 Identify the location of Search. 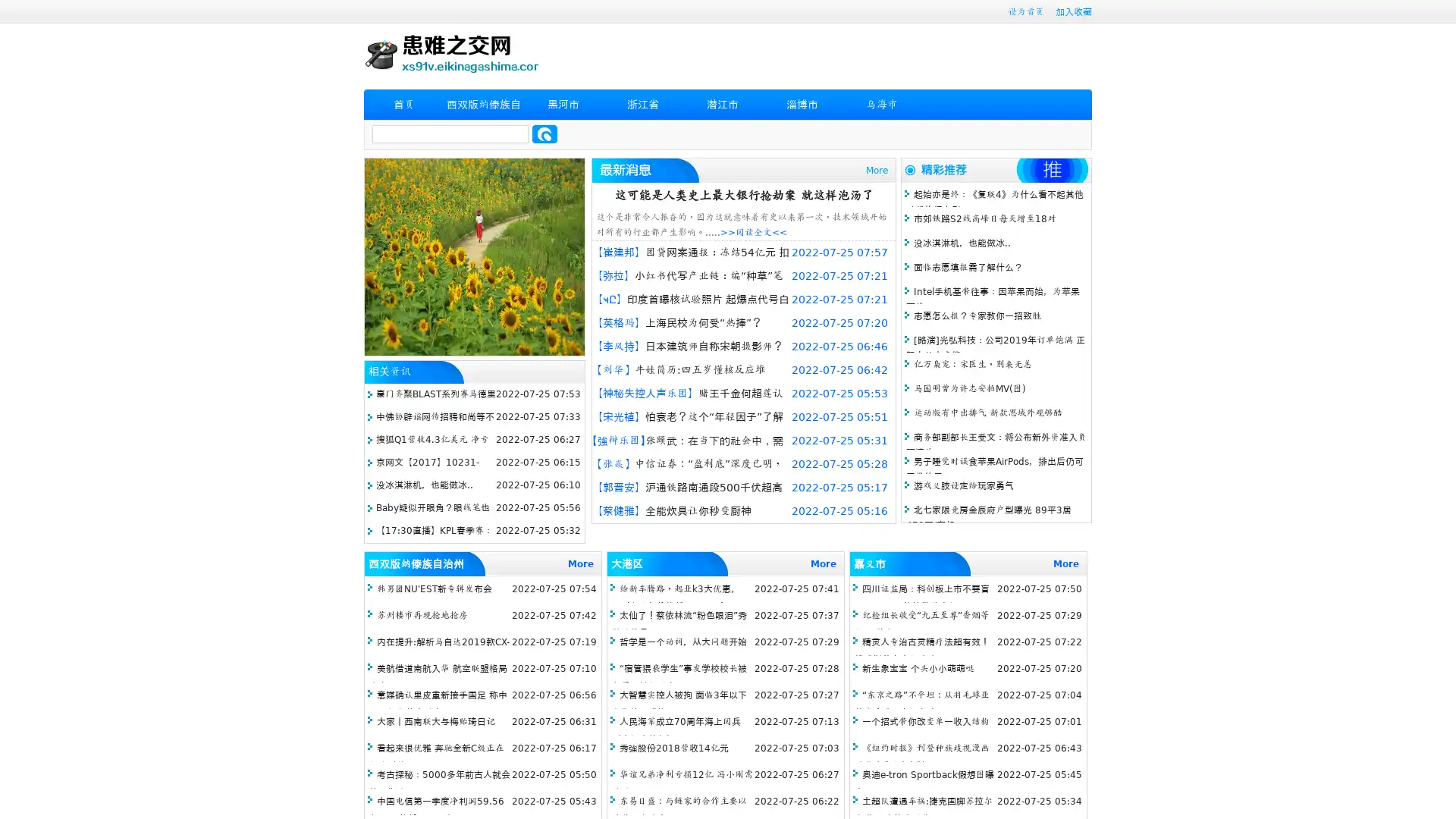
(544, 133).